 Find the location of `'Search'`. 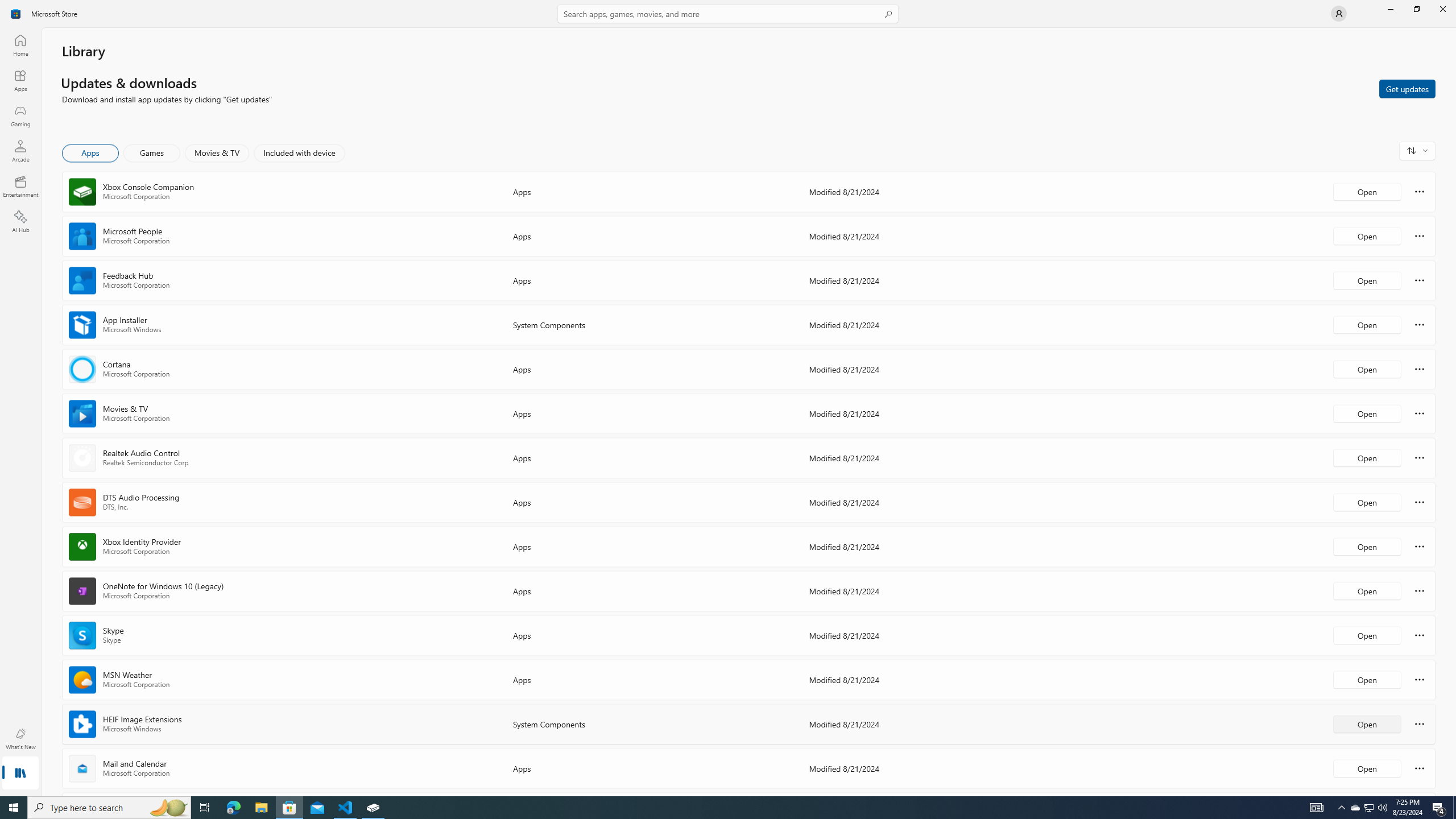

'Search' is located at coordinates (728, 13).